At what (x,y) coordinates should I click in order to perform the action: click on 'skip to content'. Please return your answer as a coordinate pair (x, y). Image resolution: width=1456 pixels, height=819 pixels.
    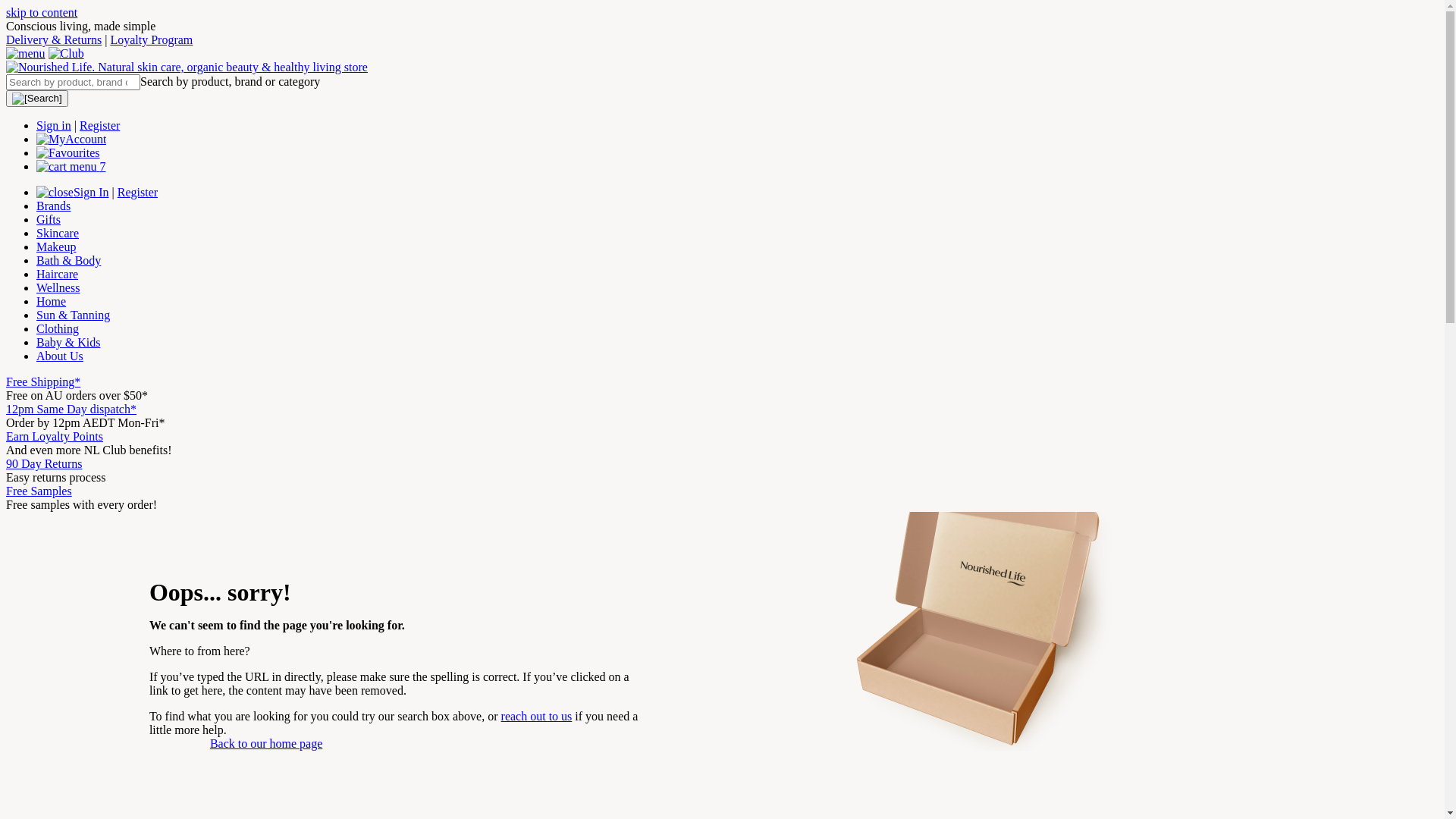
    Looking at the image, I should click on (41, 12).